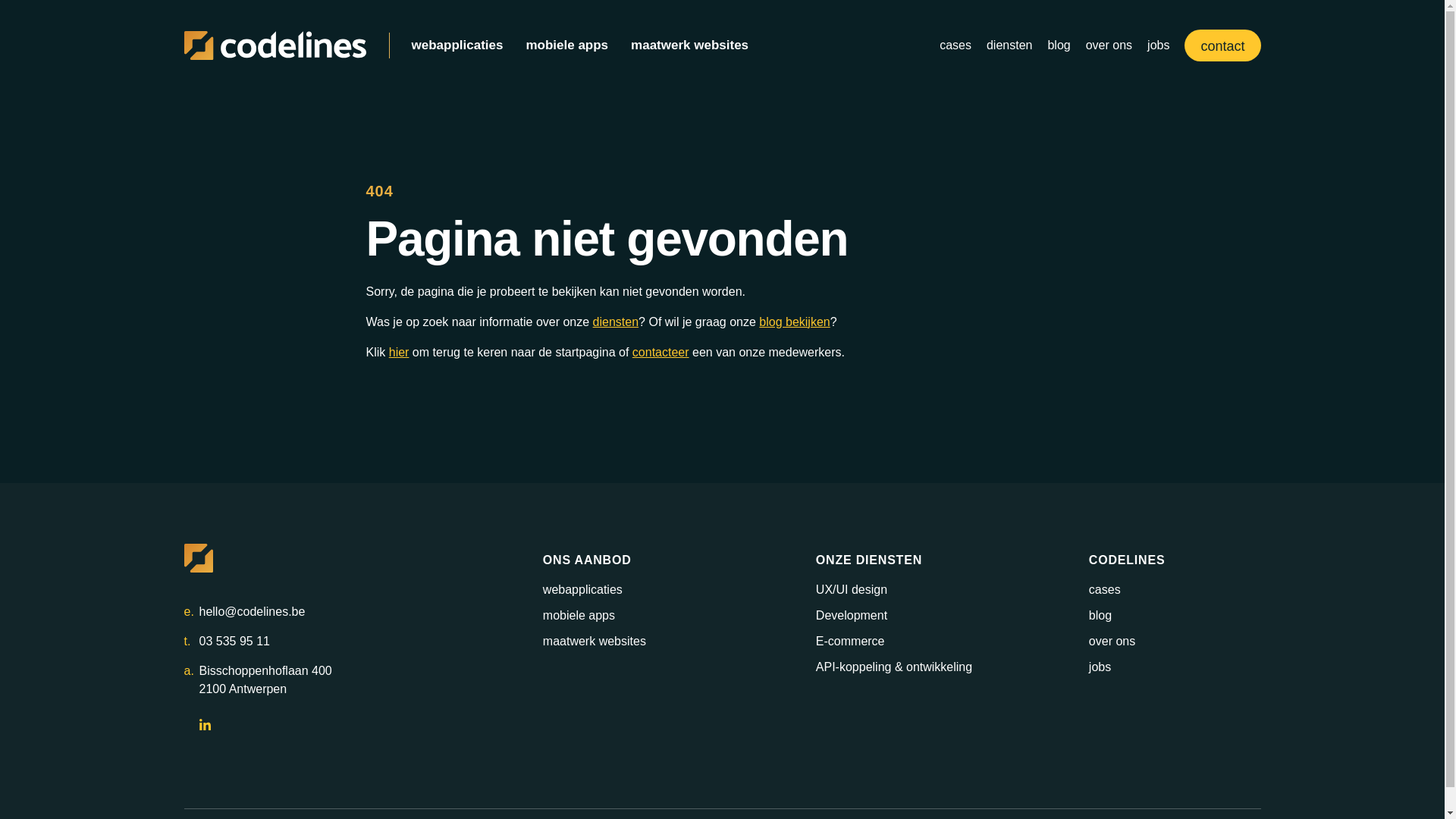 The height and width of the screenshot is (819, 1456). What do you see at coordinates (233, 641) in the screenshot?
I see `'03 535 95 11'` at bounding box center [233, 641].